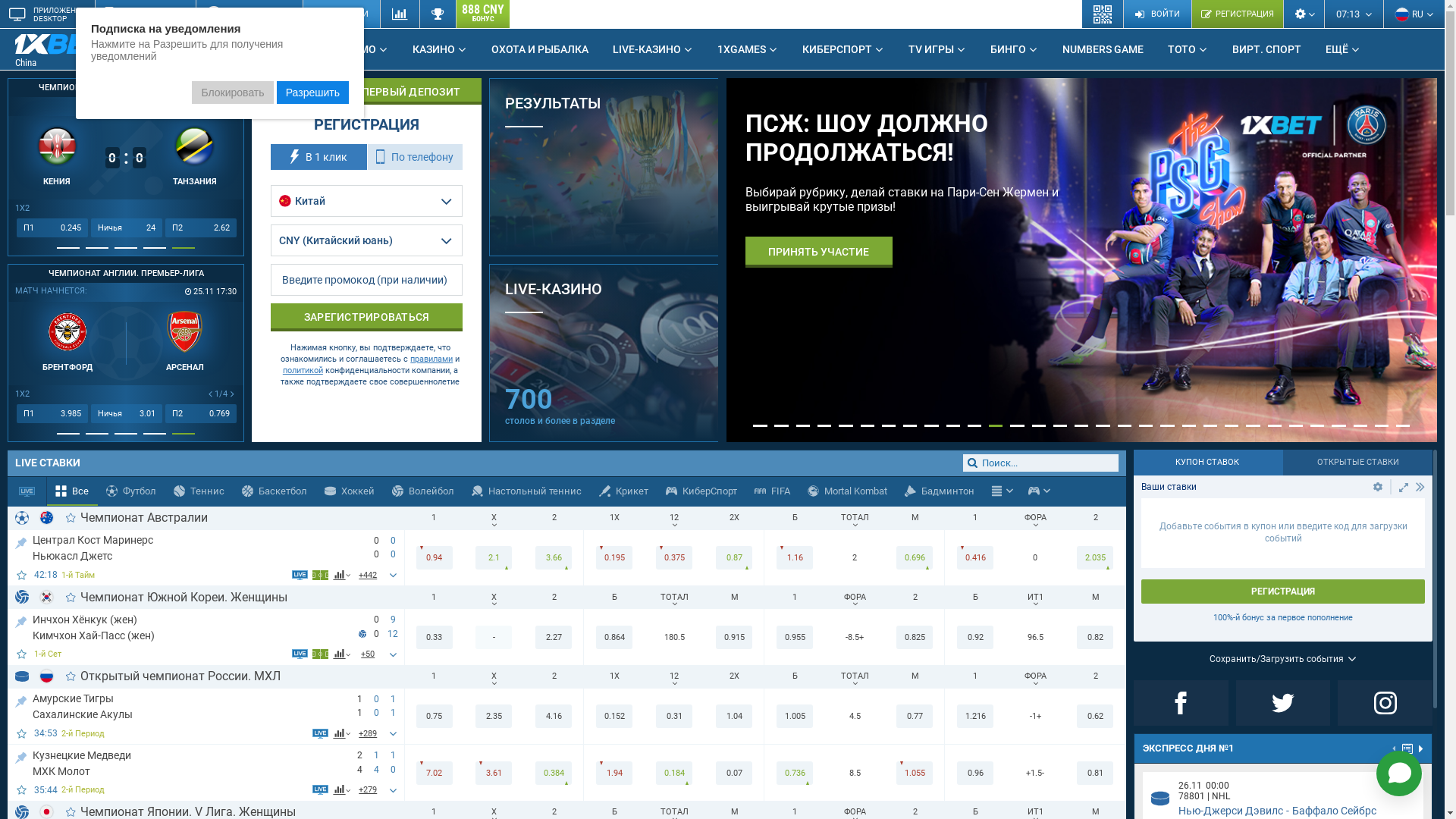  Describe the element at coordinates (368, 733) in the screenshot. I see `'+289'` at that location.